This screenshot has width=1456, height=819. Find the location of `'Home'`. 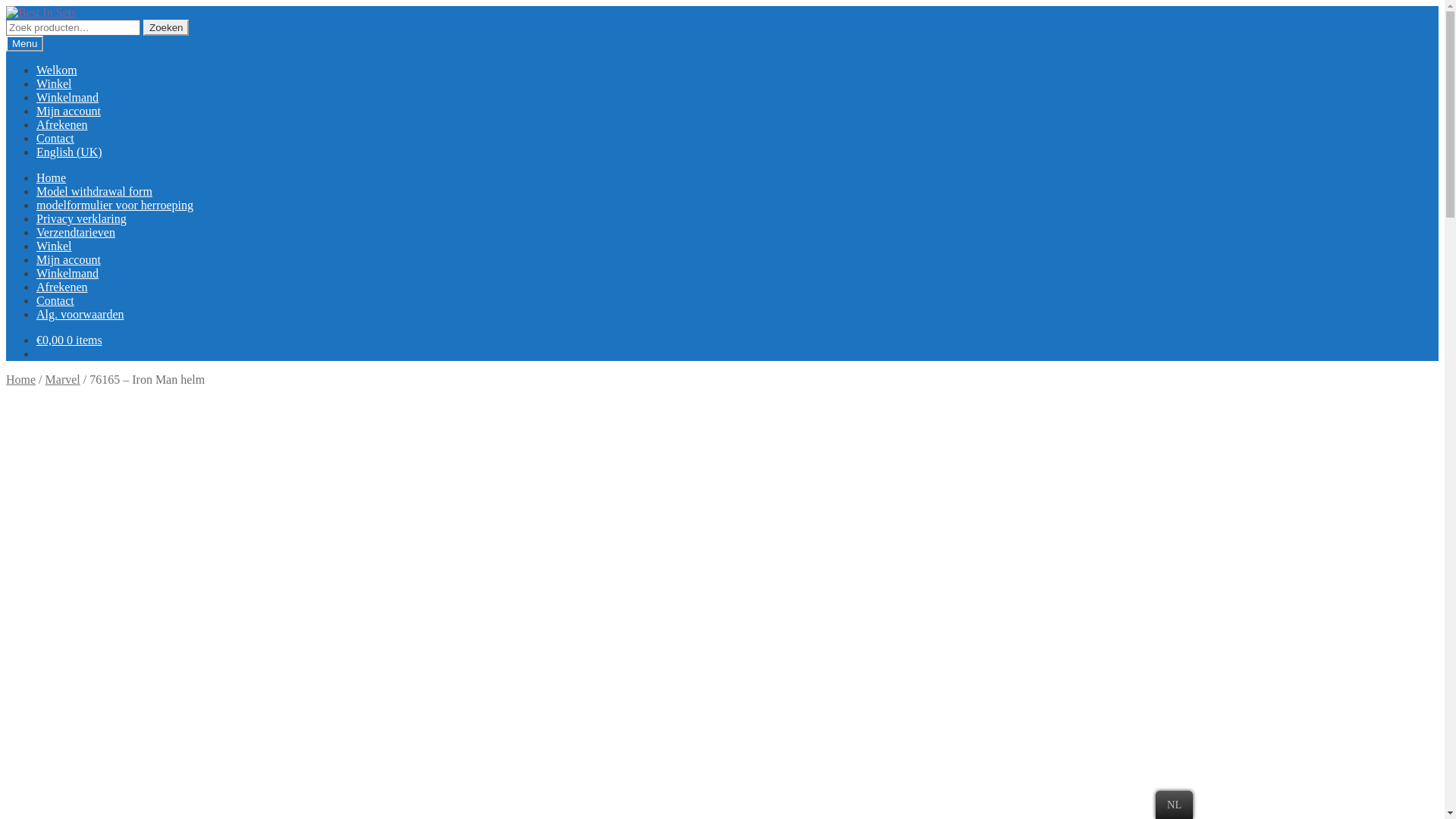

'Home' is located at coordinates (20, 378).